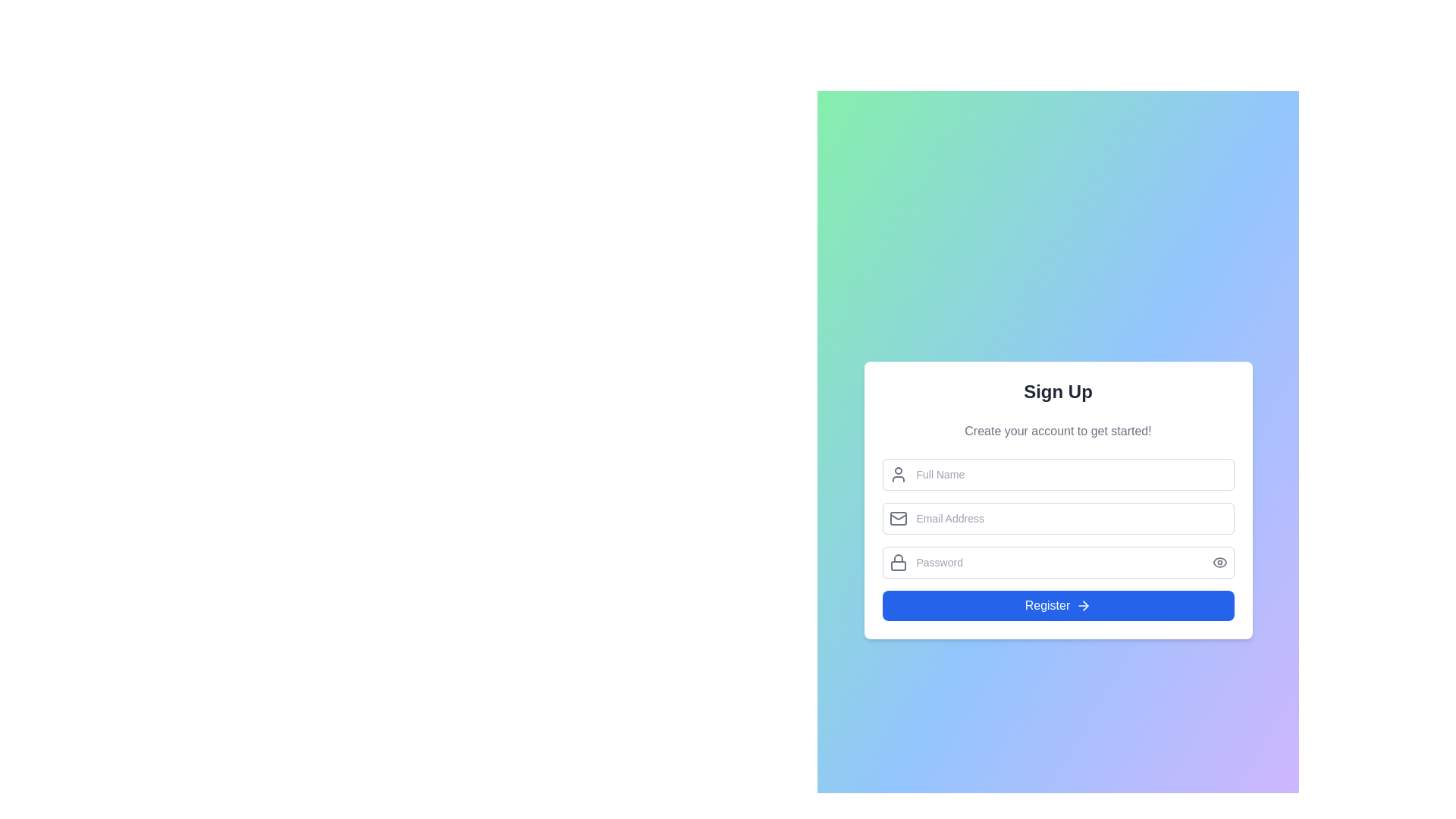  What do you see at coordinates (1057, 604) in the screenshot?
I see `the blue 'Register' button with rounded corners` at bounding box center [1057, 604].